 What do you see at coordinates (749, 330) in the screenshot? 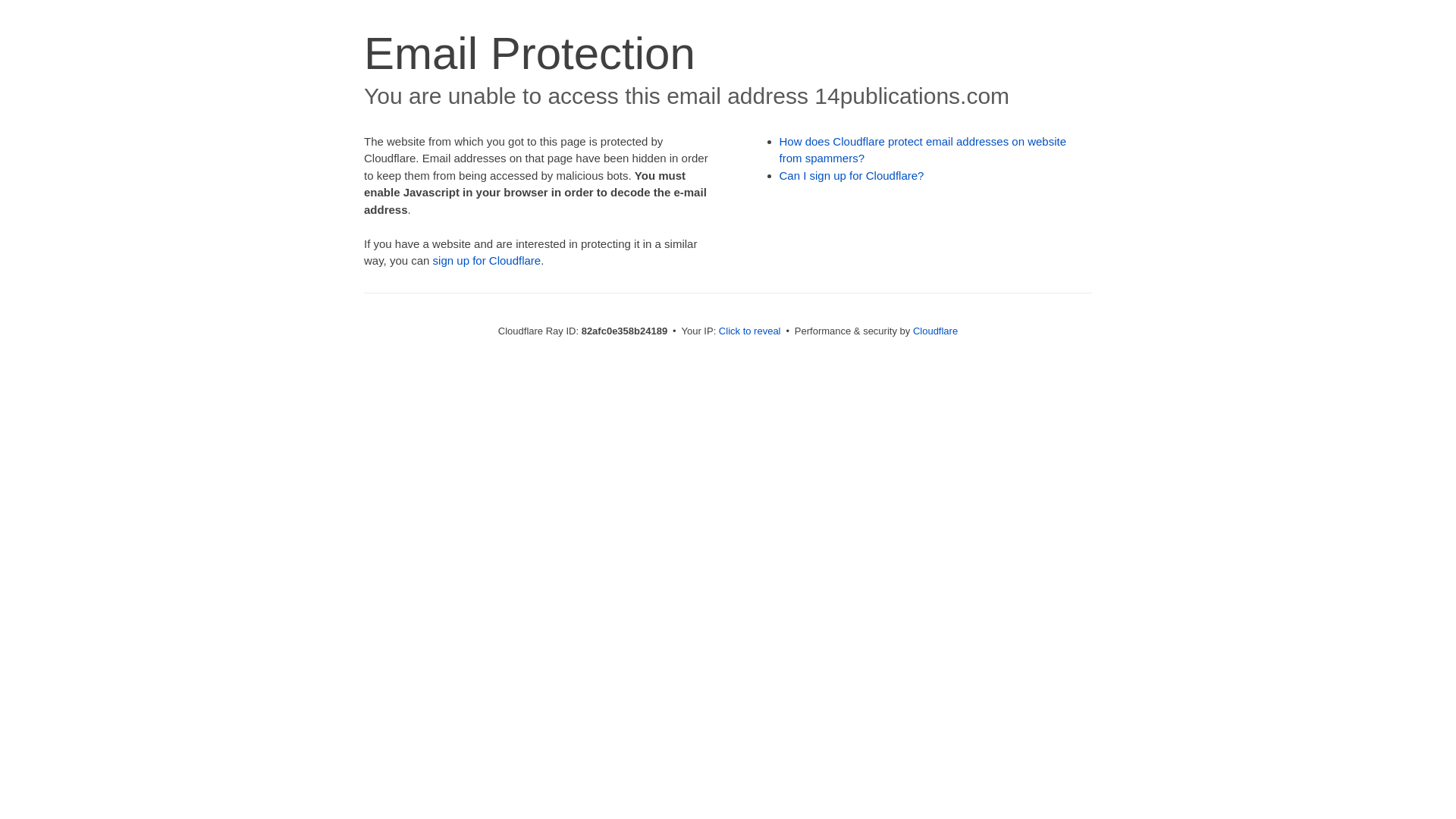
I see `'Click to reveal'` at bounding box center [749, 330].